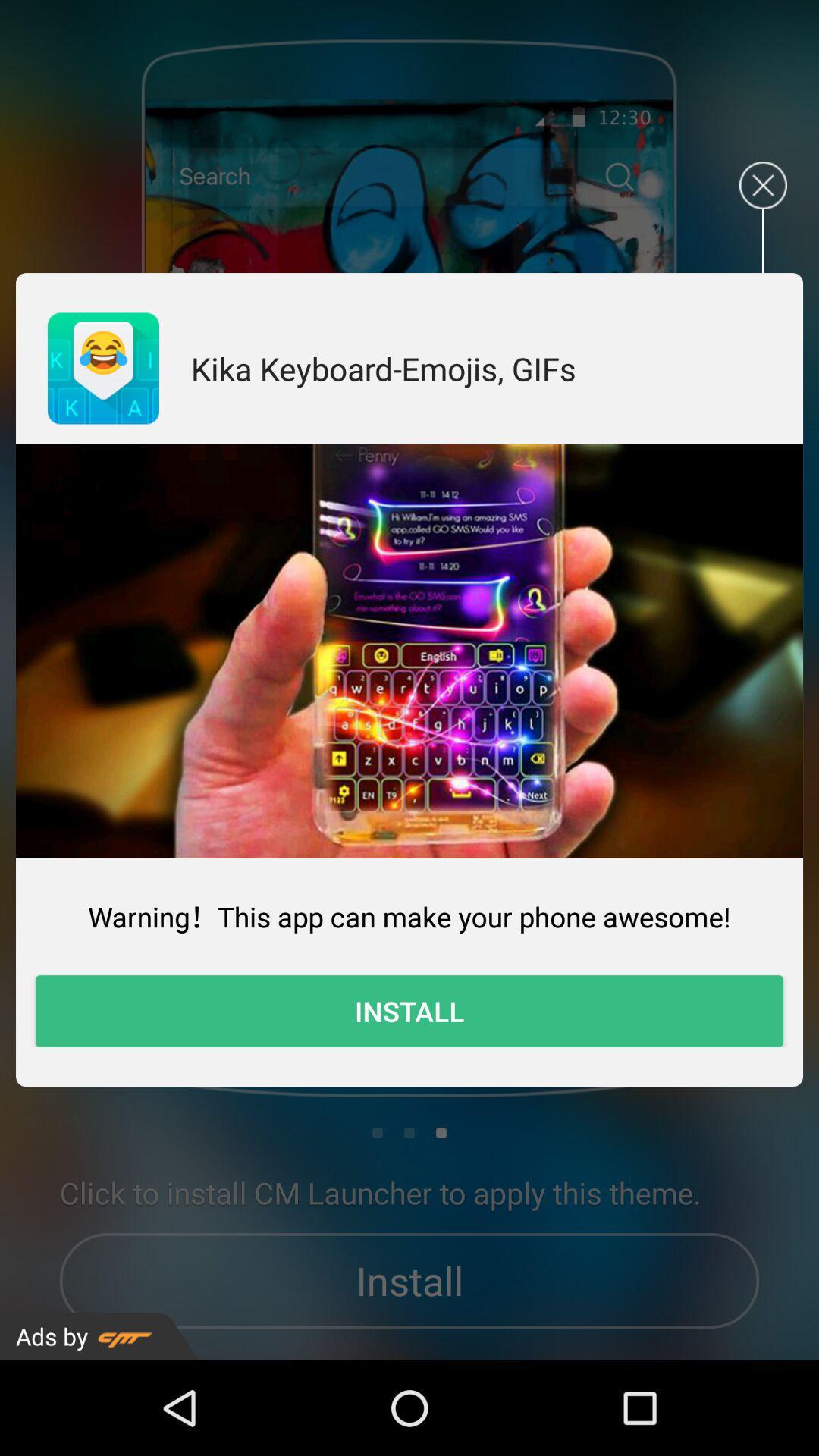 This screenshot has height=1456, width=819. Describe the element at coordinates (382, 368) in the screenshot. I see `the kika keyboard emojis item` at that location.